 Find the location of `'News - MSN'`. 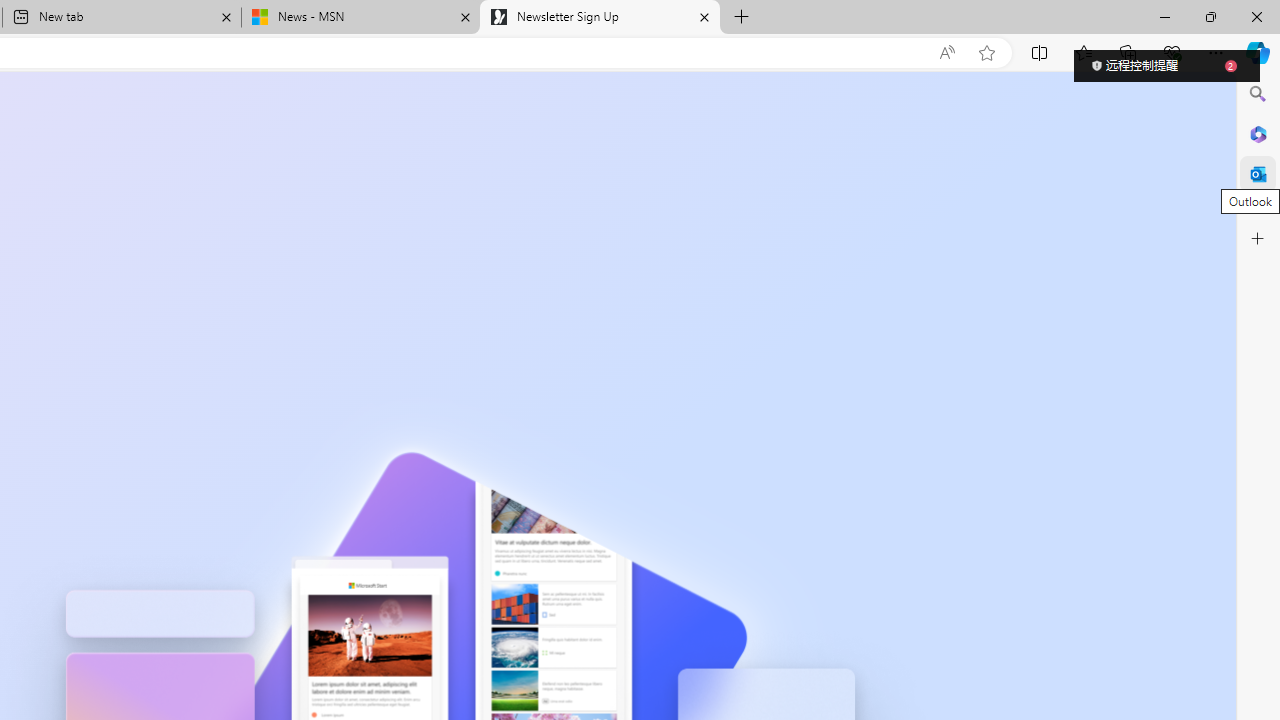

'News - MSN' is located at coordinates (360, 17).